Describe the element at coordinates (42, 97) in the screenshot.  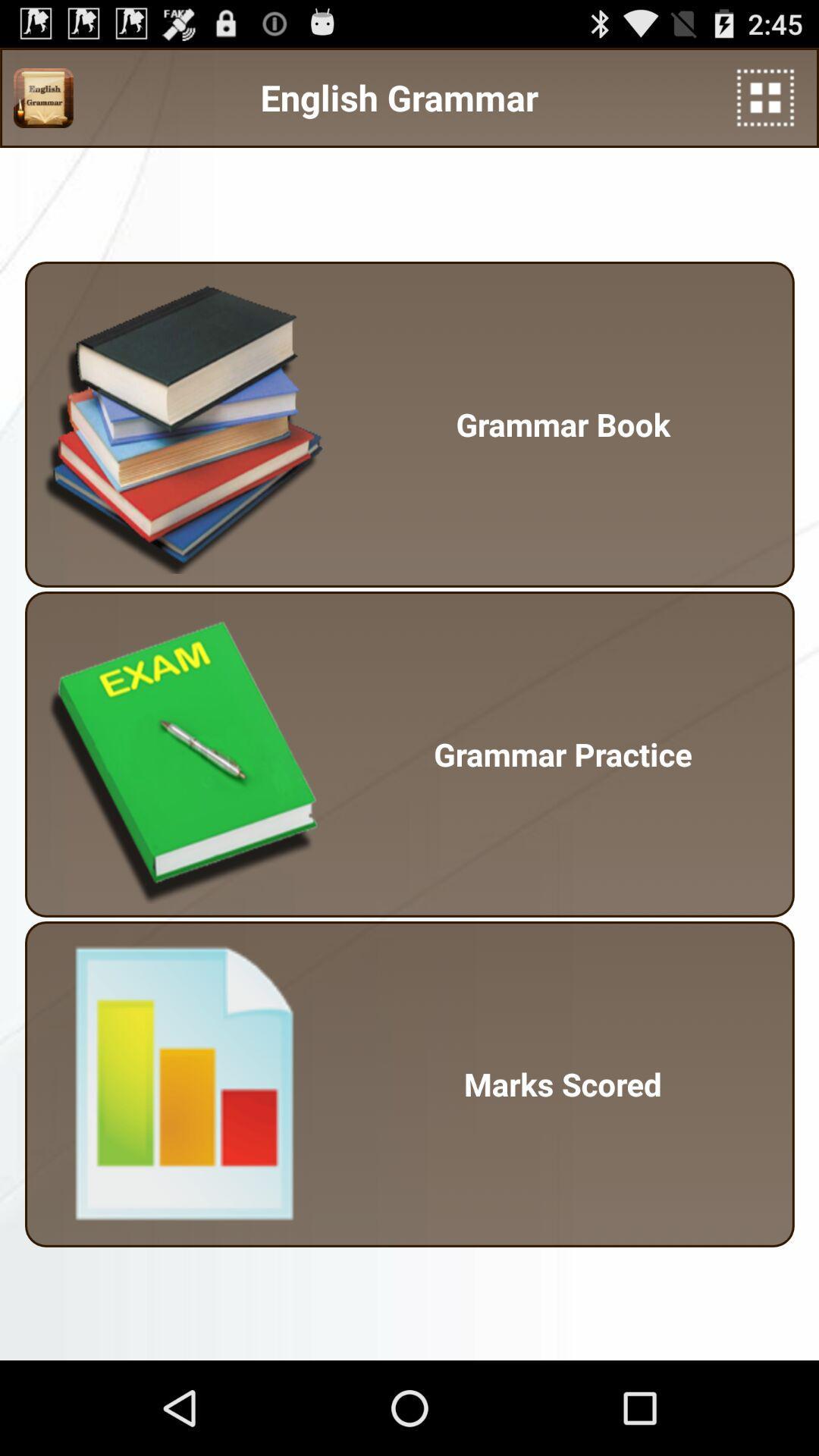
I see `icon to the left of the english grammar icon` at that location.